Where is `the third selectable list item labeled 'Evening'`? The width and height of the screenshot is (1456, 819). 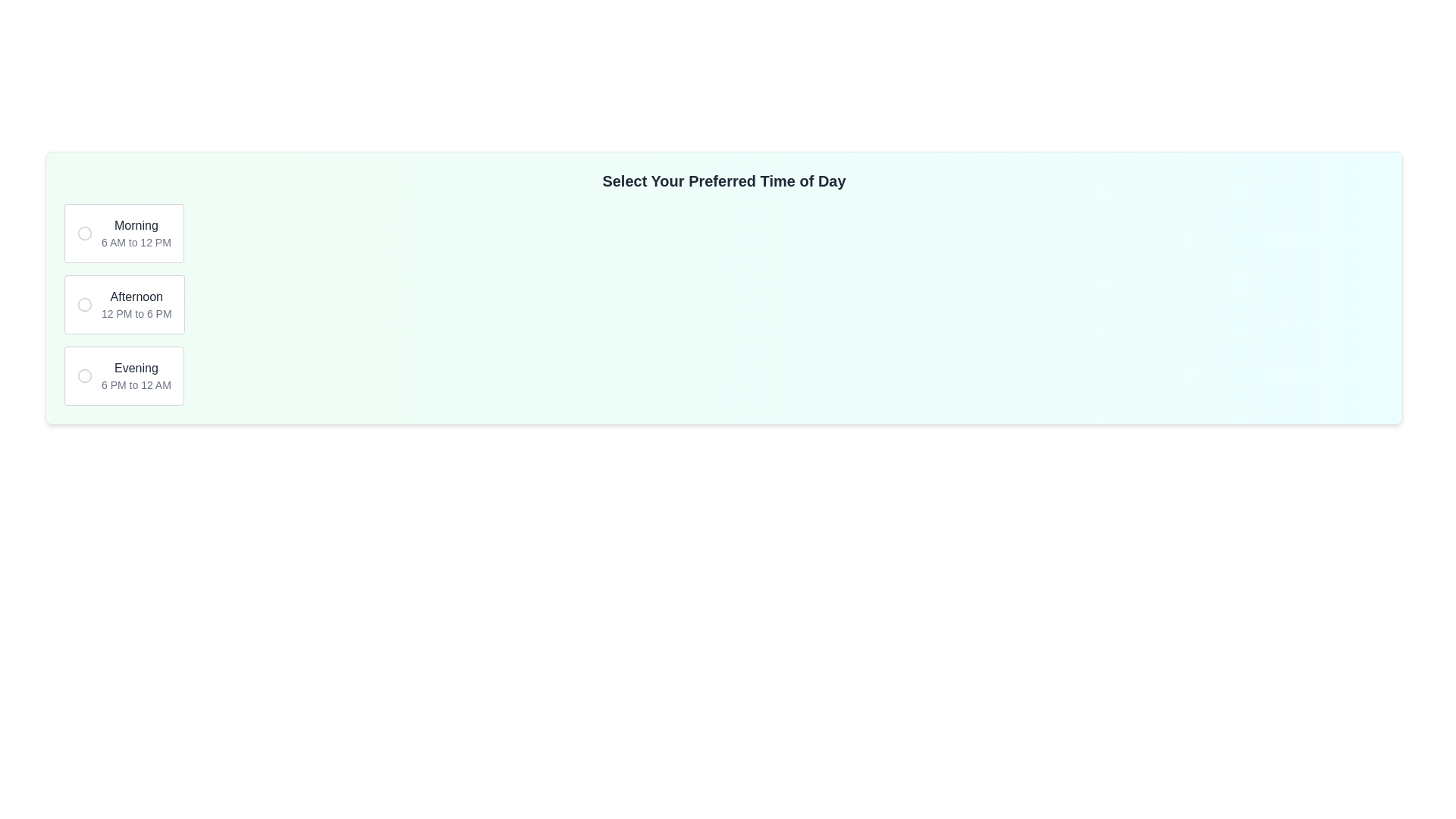
the third selectable list item labeled 'Evening' is located at coordinates (136, 375).